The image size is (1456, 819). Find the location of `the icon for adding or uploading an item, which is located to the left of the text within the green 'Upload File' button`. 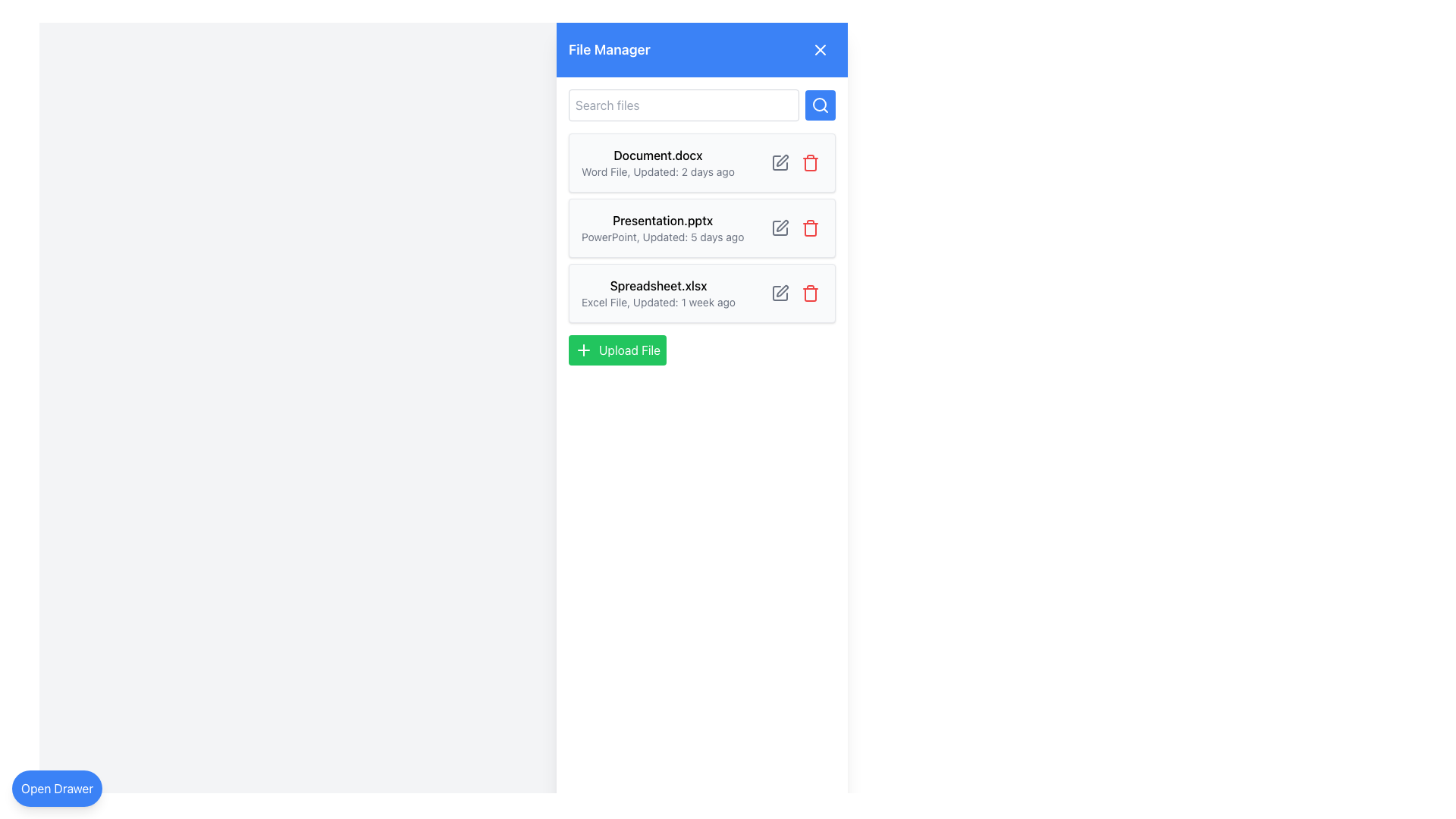

the icon for adding or uploading an item, which is located to the left of the text within the green 'Upload File' button is located at coordinates (582, 350).